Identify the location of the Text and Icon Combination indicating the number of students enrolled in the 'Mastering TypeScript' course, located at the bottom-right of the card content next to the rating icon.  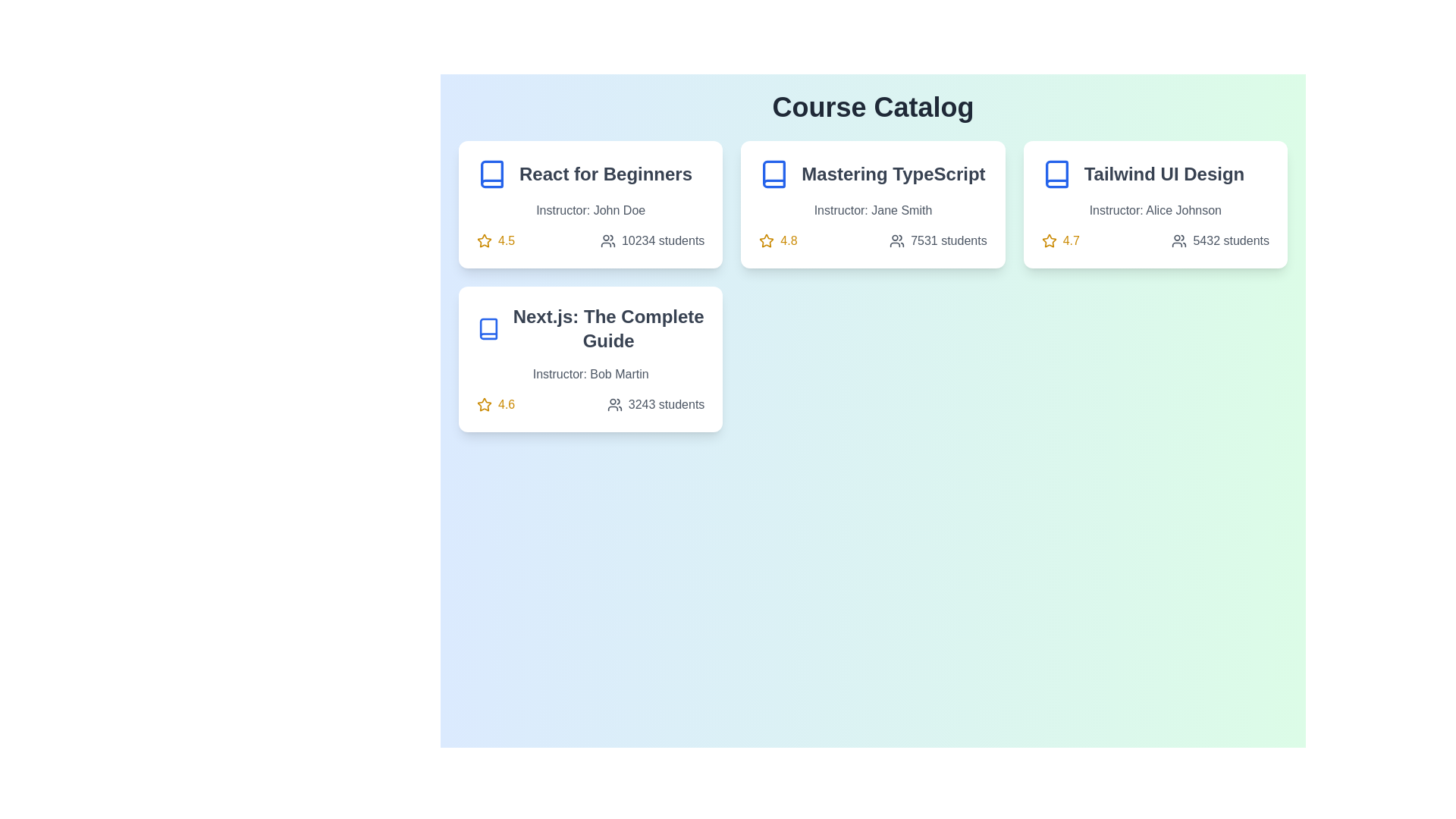
(937, 240).